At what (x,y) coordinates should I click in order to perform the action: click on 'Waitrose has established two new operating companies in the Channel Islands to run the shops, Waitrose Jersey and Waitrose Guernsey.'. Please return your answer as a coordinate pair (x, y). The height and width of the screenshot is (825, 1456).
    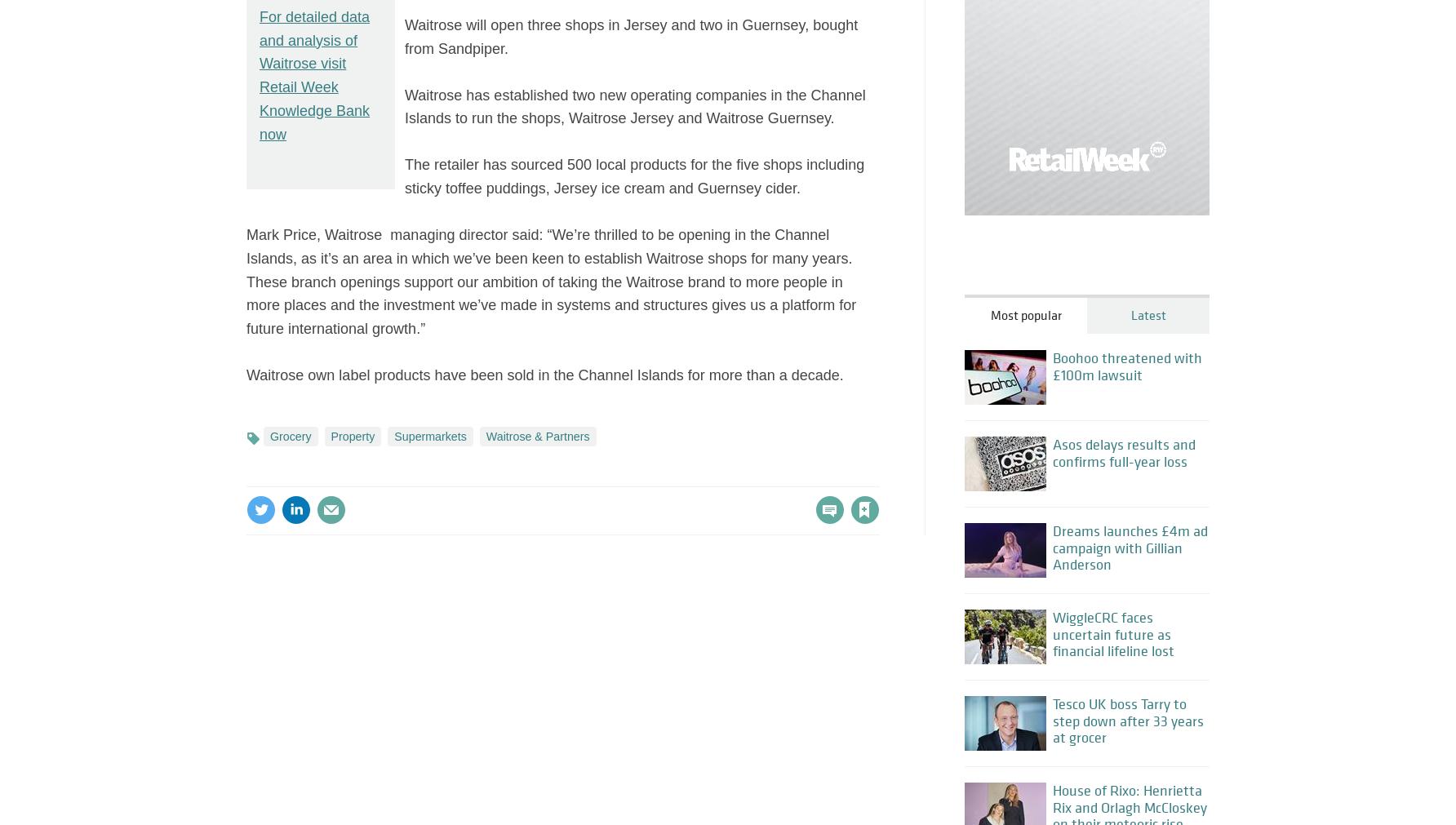
    Looking at the image, I should click on (635, 105).